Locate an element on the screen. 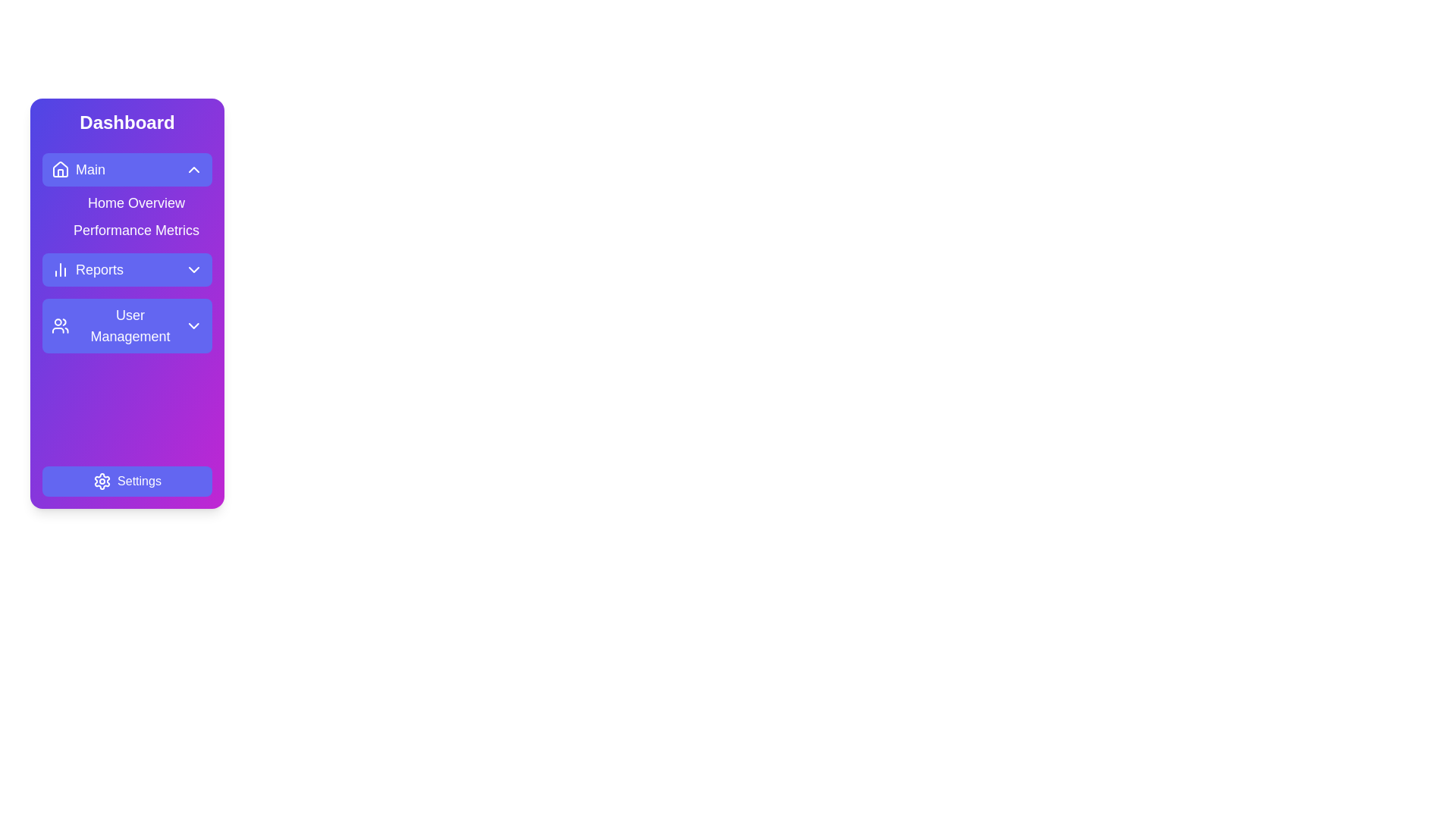  the 'Home Overview' button, which is a horizontal blue button with white text located on the sidebar with a purple background, to change its appearance is located at coordinates (136, 202).